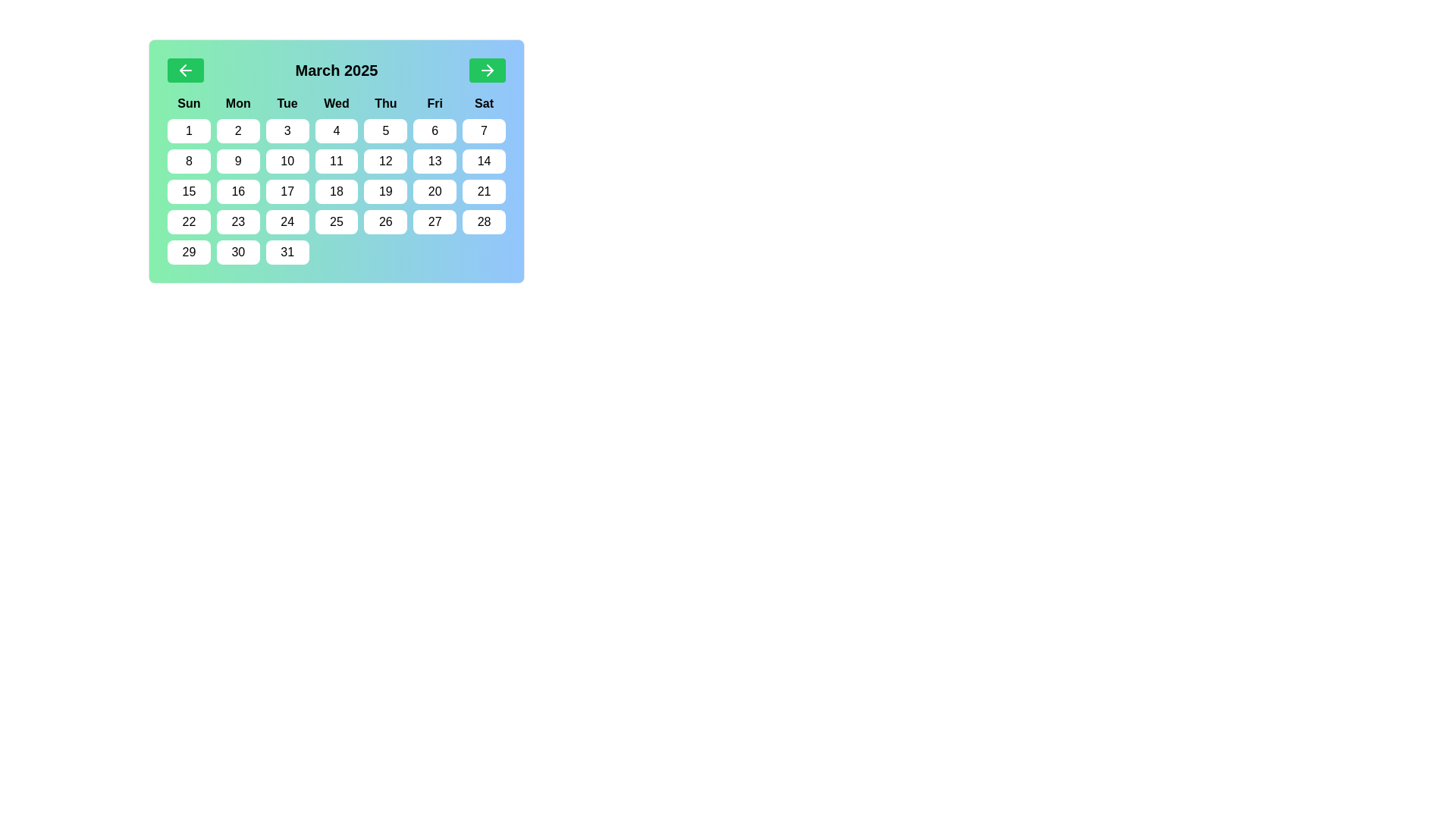 The width and height of the screenshot is (1456, 819). Describe the element at coordinates (287, 161) in the screenshot. I see `the button labeled '10' with a white background located` at that location.